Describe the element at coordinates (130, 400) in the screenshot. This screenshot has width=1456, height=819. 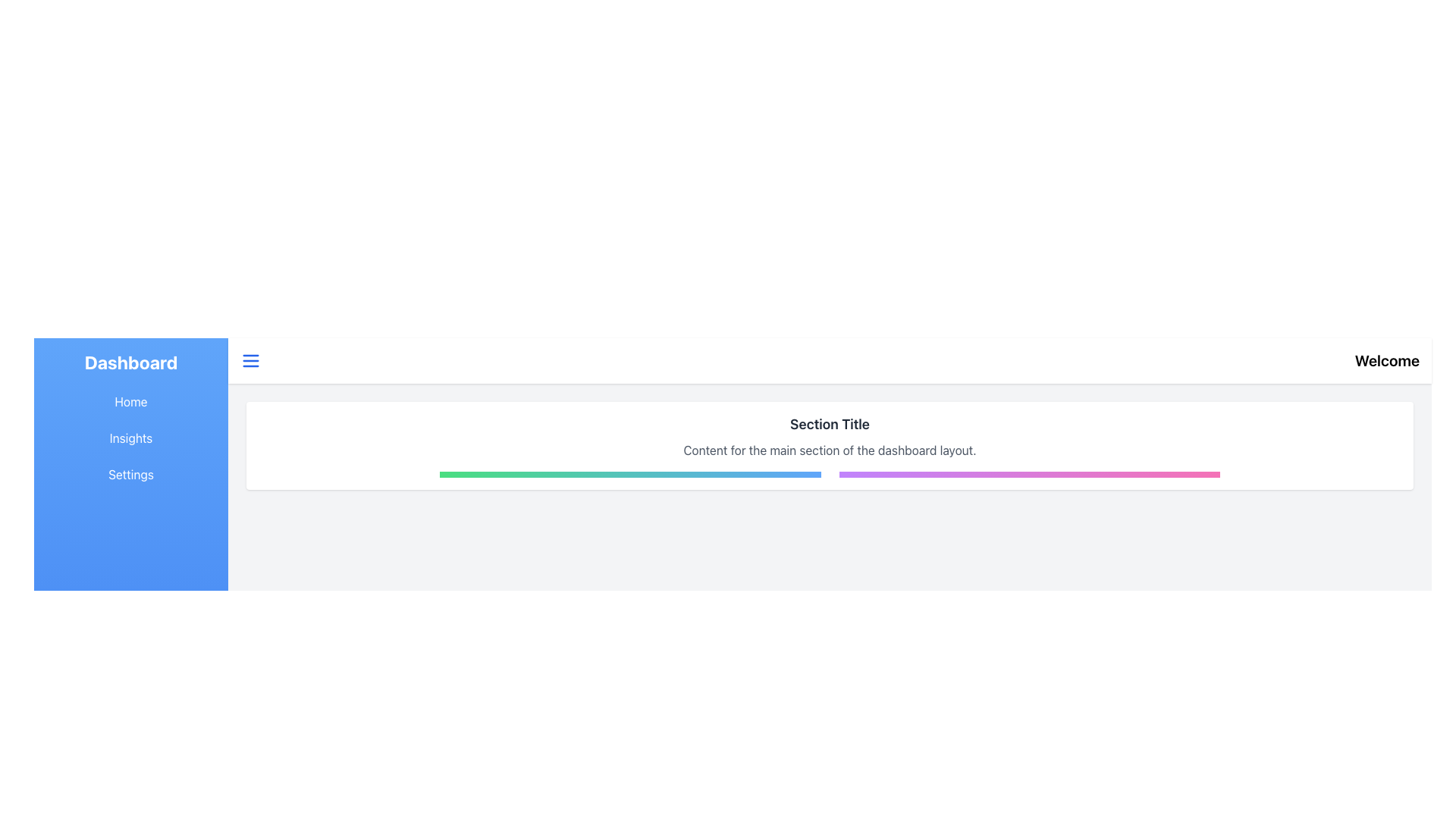
I see `the navigation button located under the 'Dashboard' header in the sidebar` at that location.